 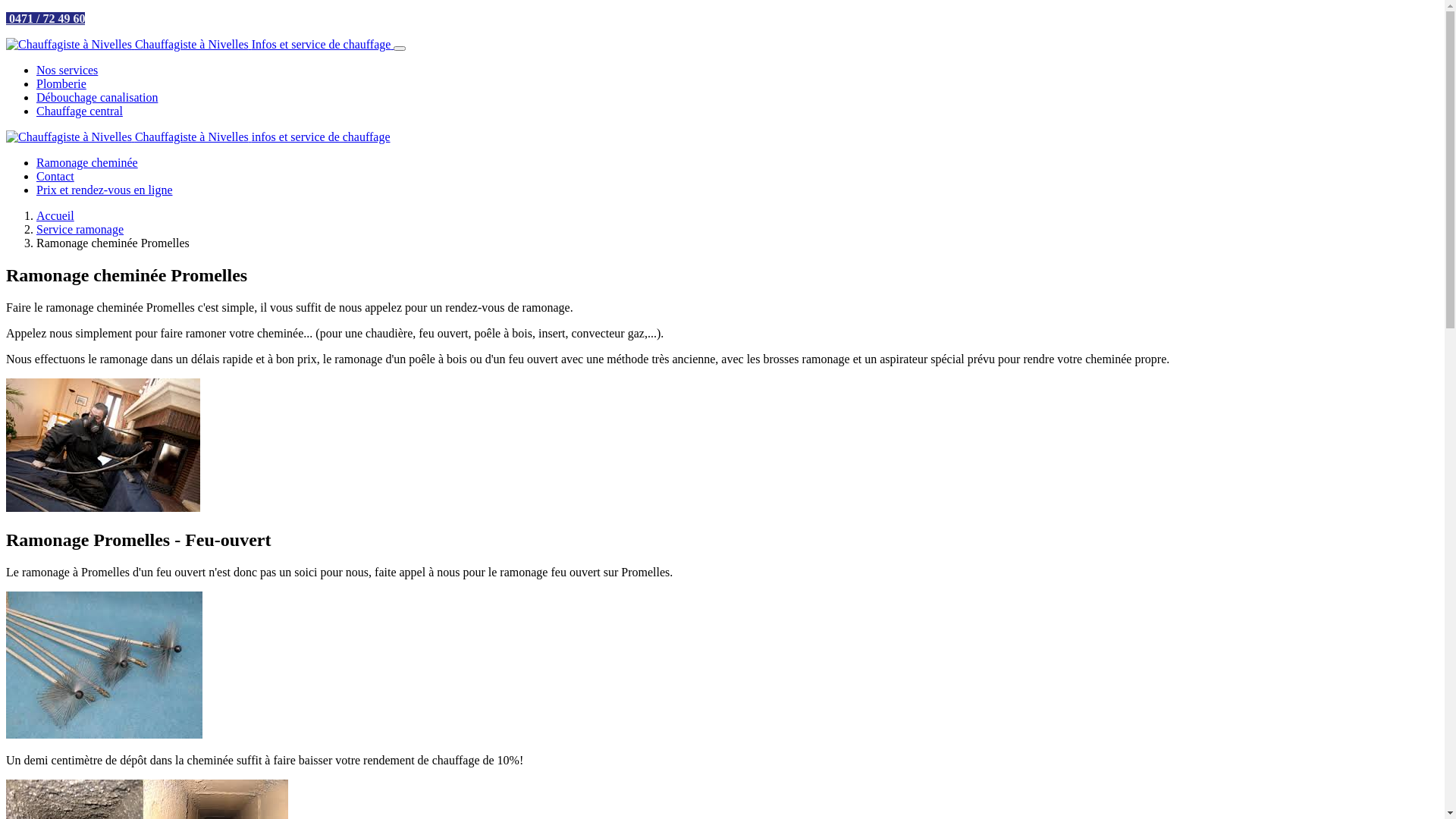 What do you see at coordinates (45, 18) in the screenshot?
I see `' 0471 / 72 49 60'` at bounding box center [45, 18].